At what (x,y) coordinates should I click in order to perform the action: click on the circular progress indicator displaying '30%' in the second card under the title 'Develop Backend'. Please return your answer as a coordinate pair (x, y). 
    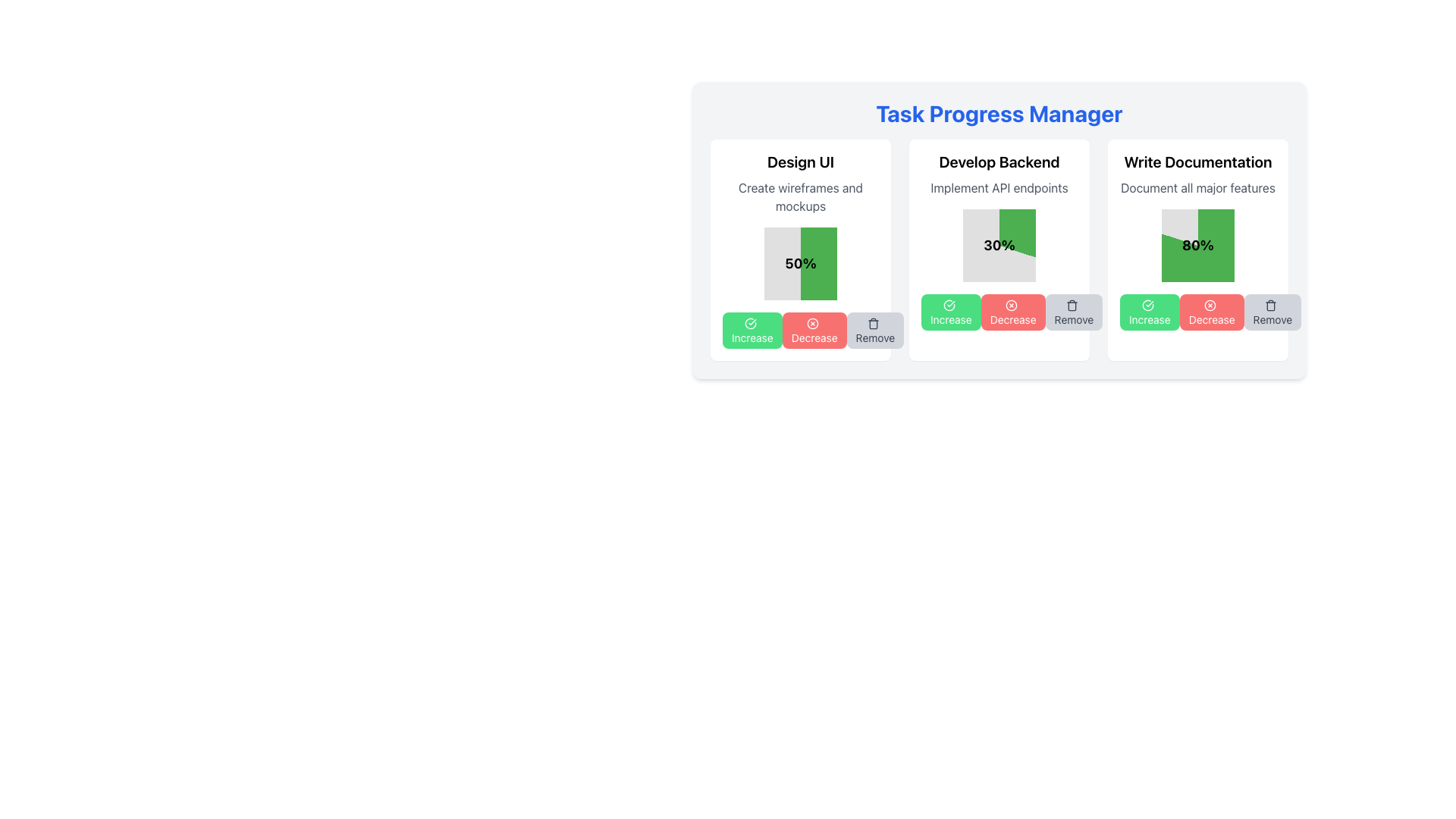
    Looking at the image, I should click on (999, 245).